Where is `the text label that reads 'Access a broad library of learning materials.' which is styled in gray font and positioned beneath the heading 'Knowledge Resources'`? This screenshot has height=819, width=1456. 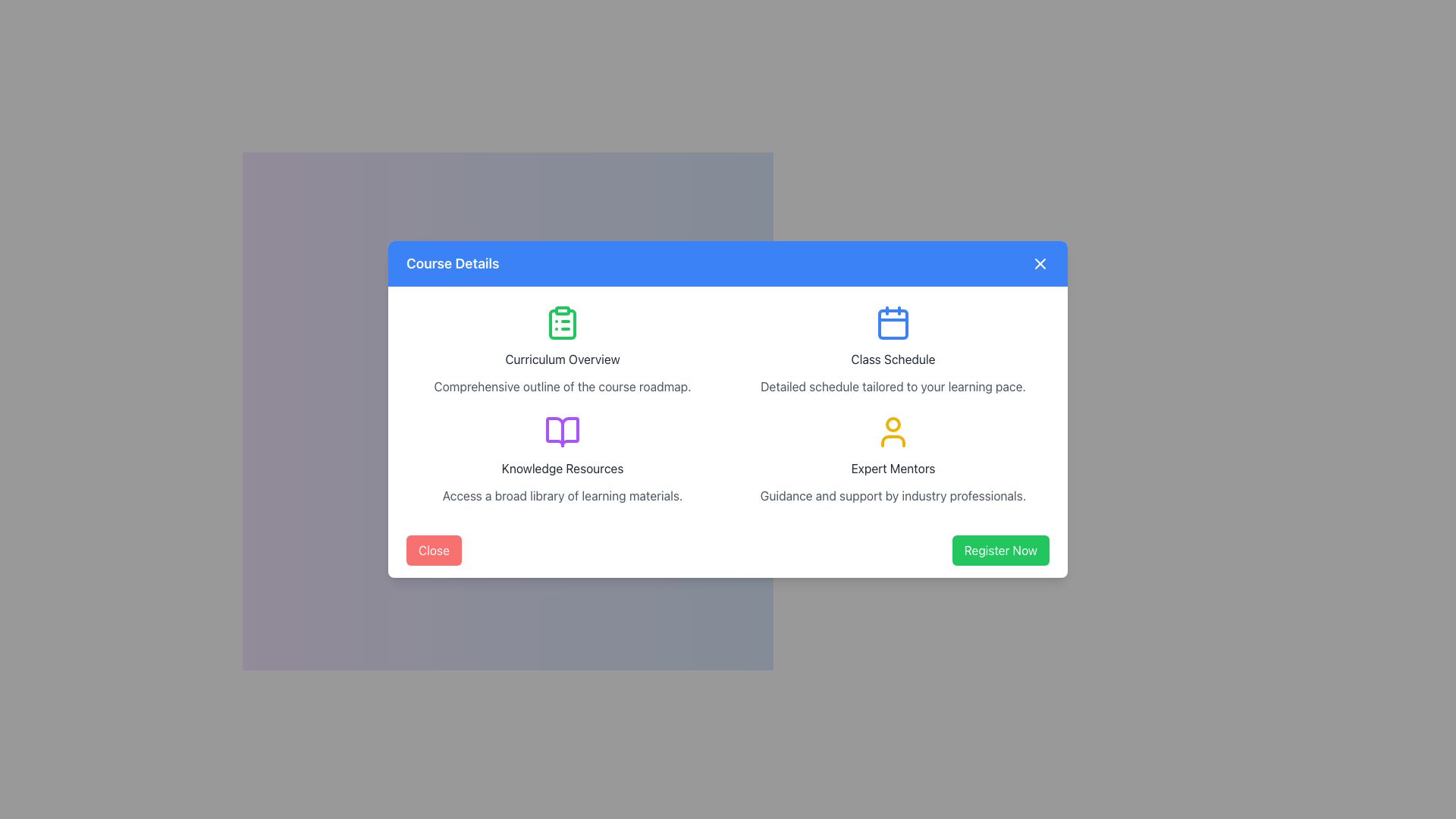 the text label that reads 'Access a broad library of learning materials.' which is styled in gray font and positioned beneath the heading 'Knowledge Resources' is located at coordinates (562, 496).